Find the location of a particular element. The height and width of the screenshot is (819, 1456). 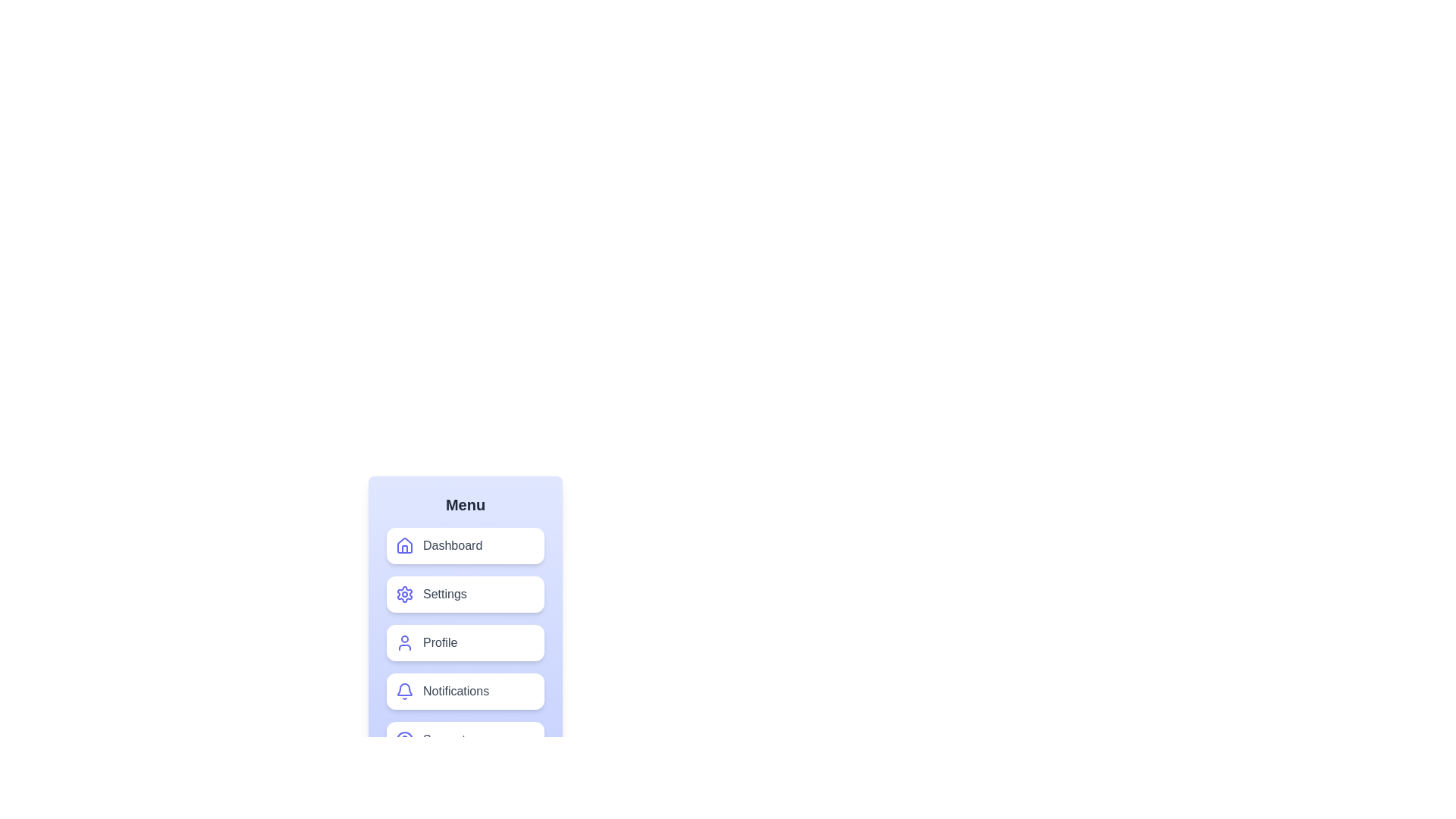

the 'Profile' button, which is the third item in the vertical menu containing user options is located at coordinates (465, 643).